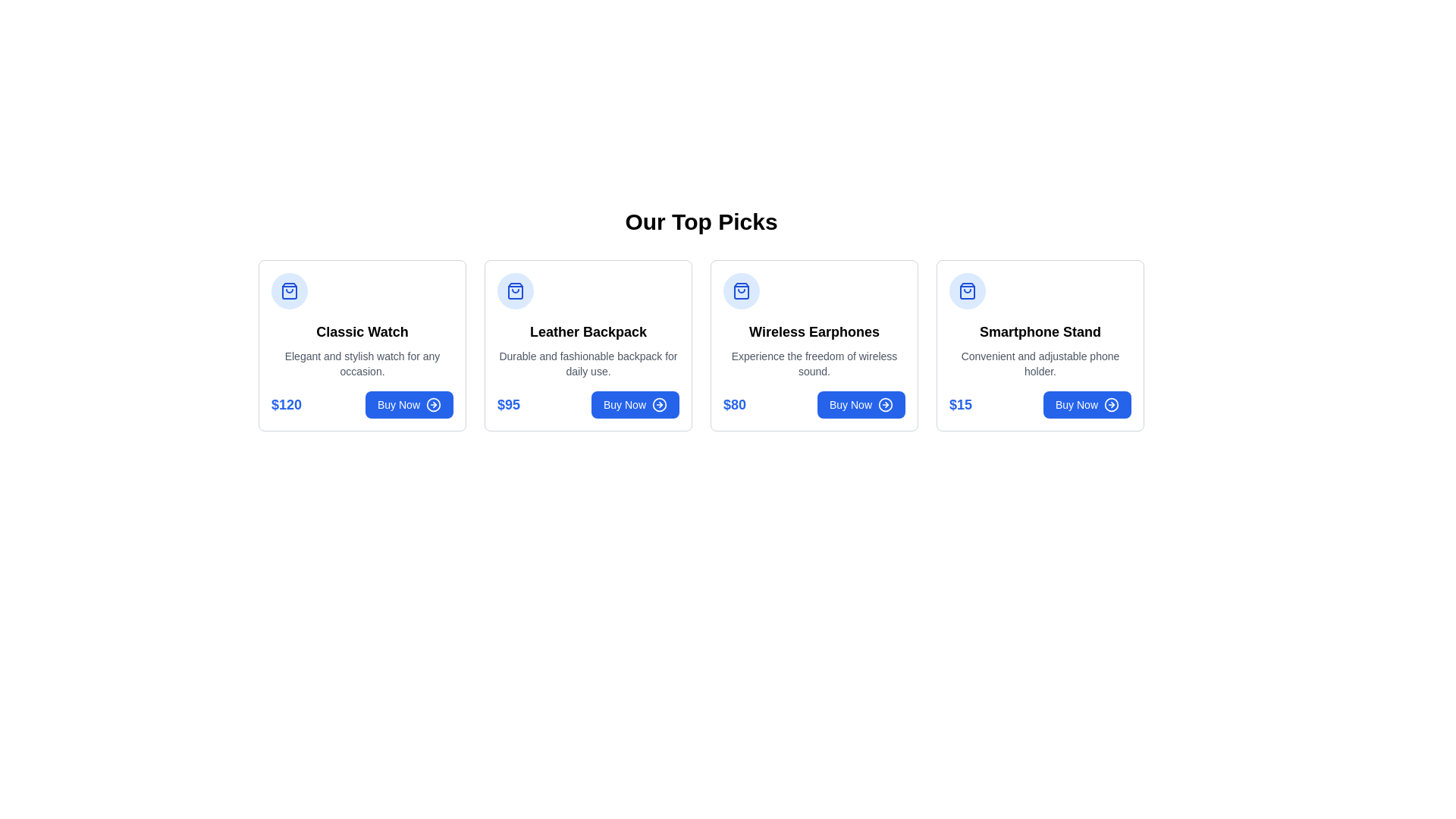  What do you see at coordinates (967, 291) in the screenshot?
I see `the circular blue background with a shopping bag icon located at the top of the 'Smartphone Stand' card, centered horizontally` at bounding box center [967, 291].